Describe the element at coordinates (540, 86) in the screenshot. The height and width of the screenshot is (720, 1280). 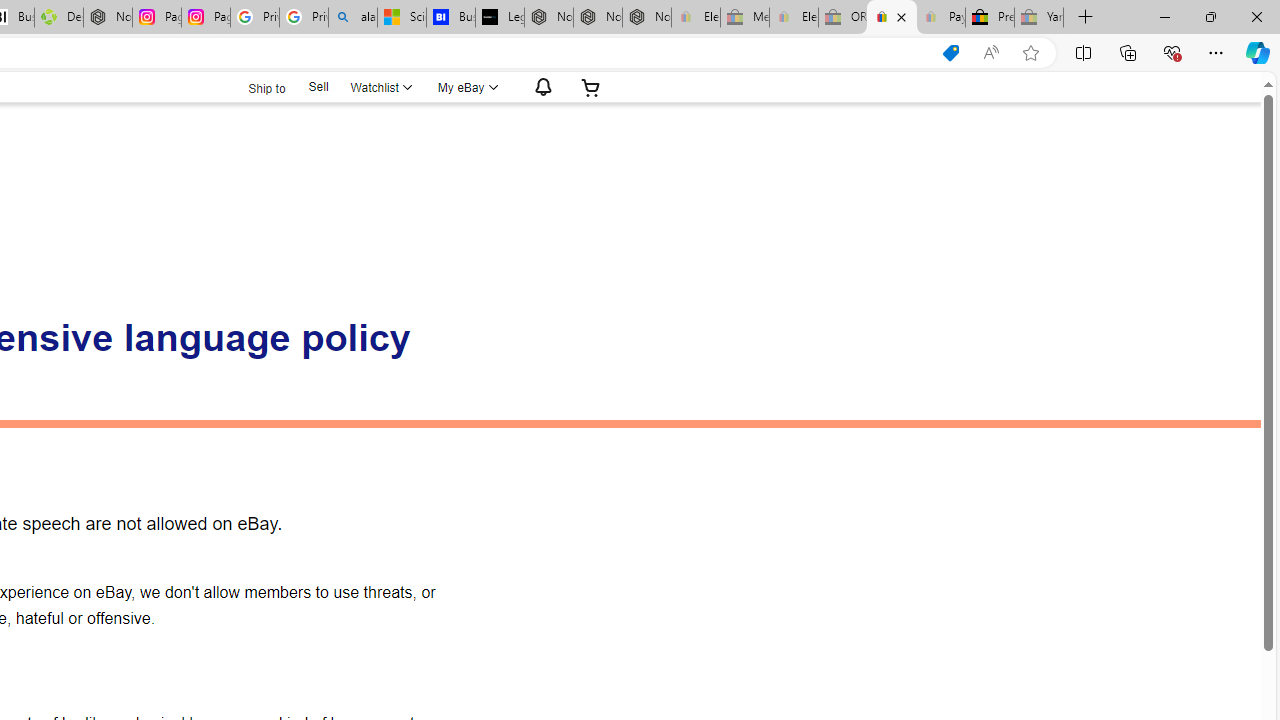
I see `'AutomationID: gh-eb-Alerts'` at that location.